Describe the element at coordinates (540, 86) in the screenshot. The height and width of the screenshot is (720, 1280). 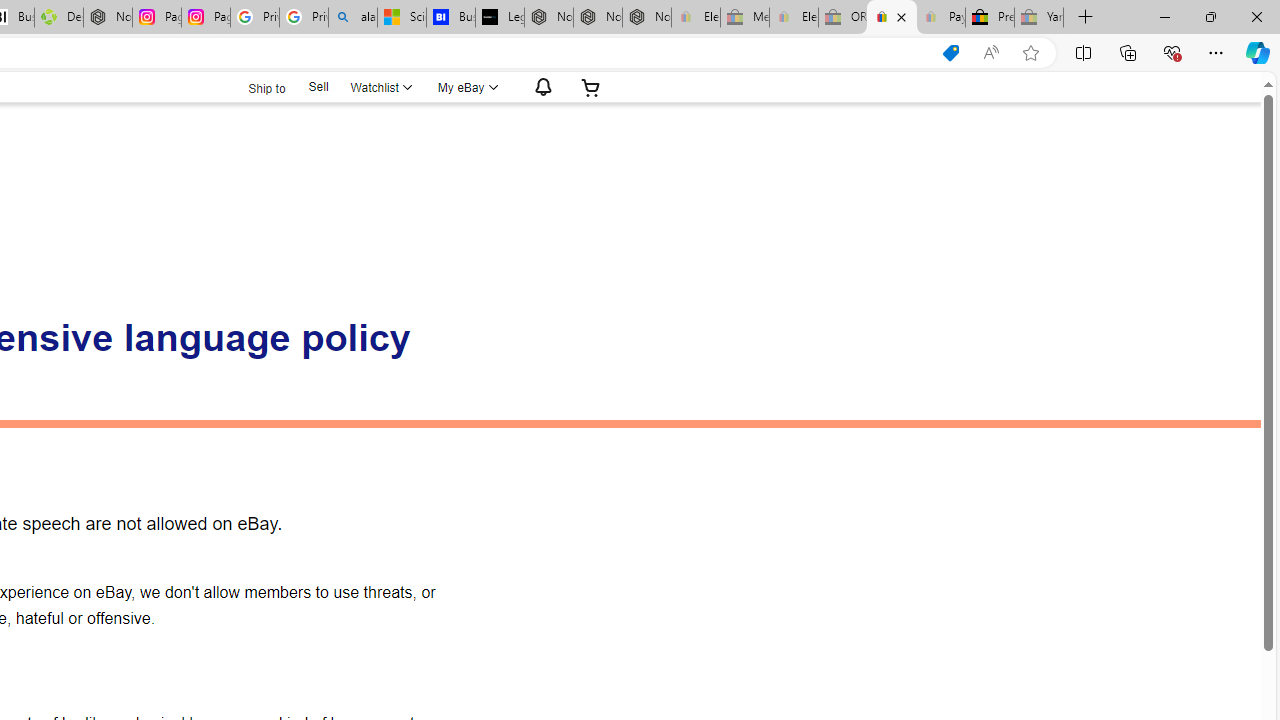
I see `'AutomationID: gh-eb-Alerts'` at that location.